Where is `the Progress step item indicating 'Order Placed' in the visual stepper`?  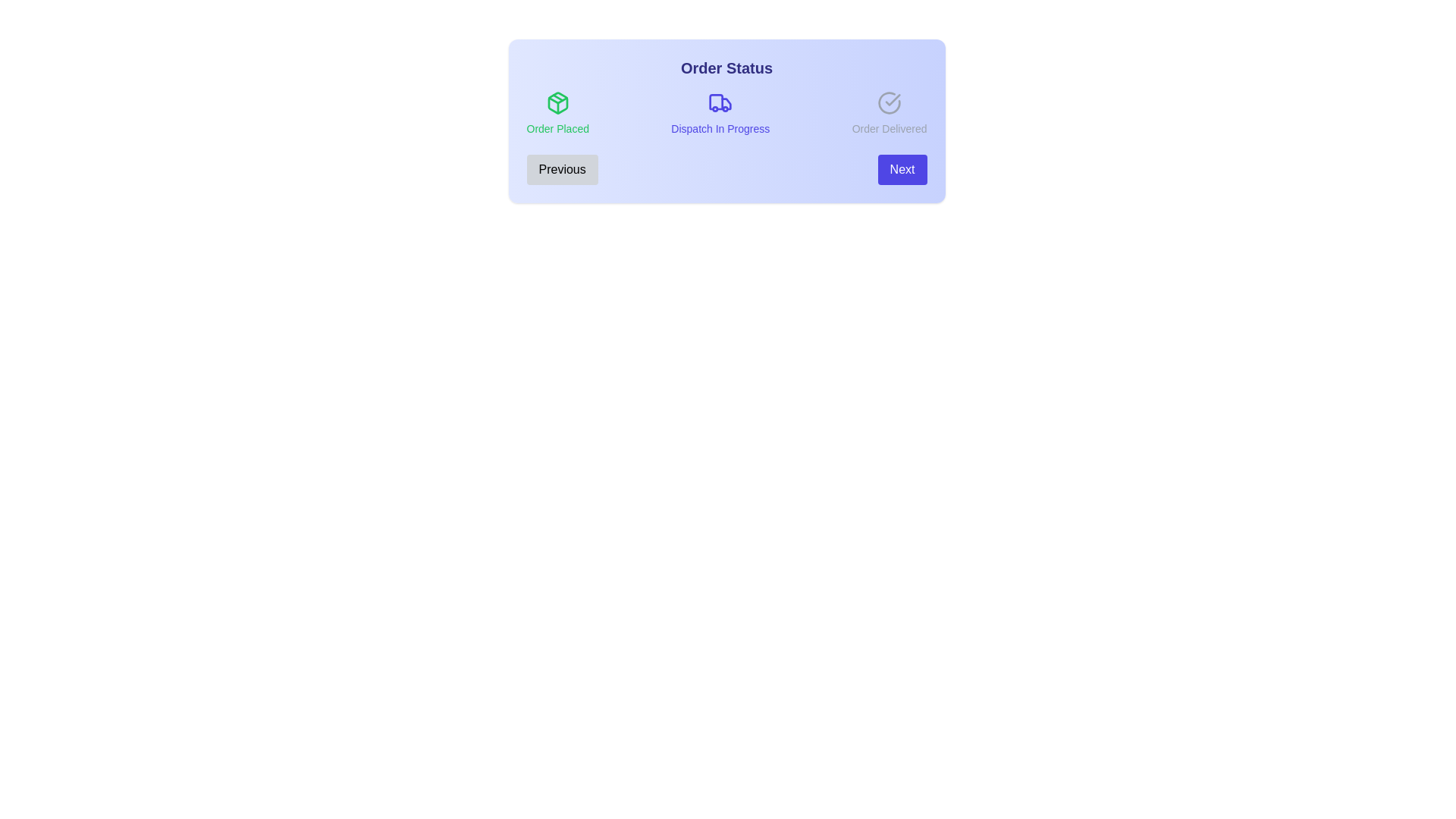
the Progress step item indicating 'Order Placed' in the visual stepper is located at coordinates (557, 113).